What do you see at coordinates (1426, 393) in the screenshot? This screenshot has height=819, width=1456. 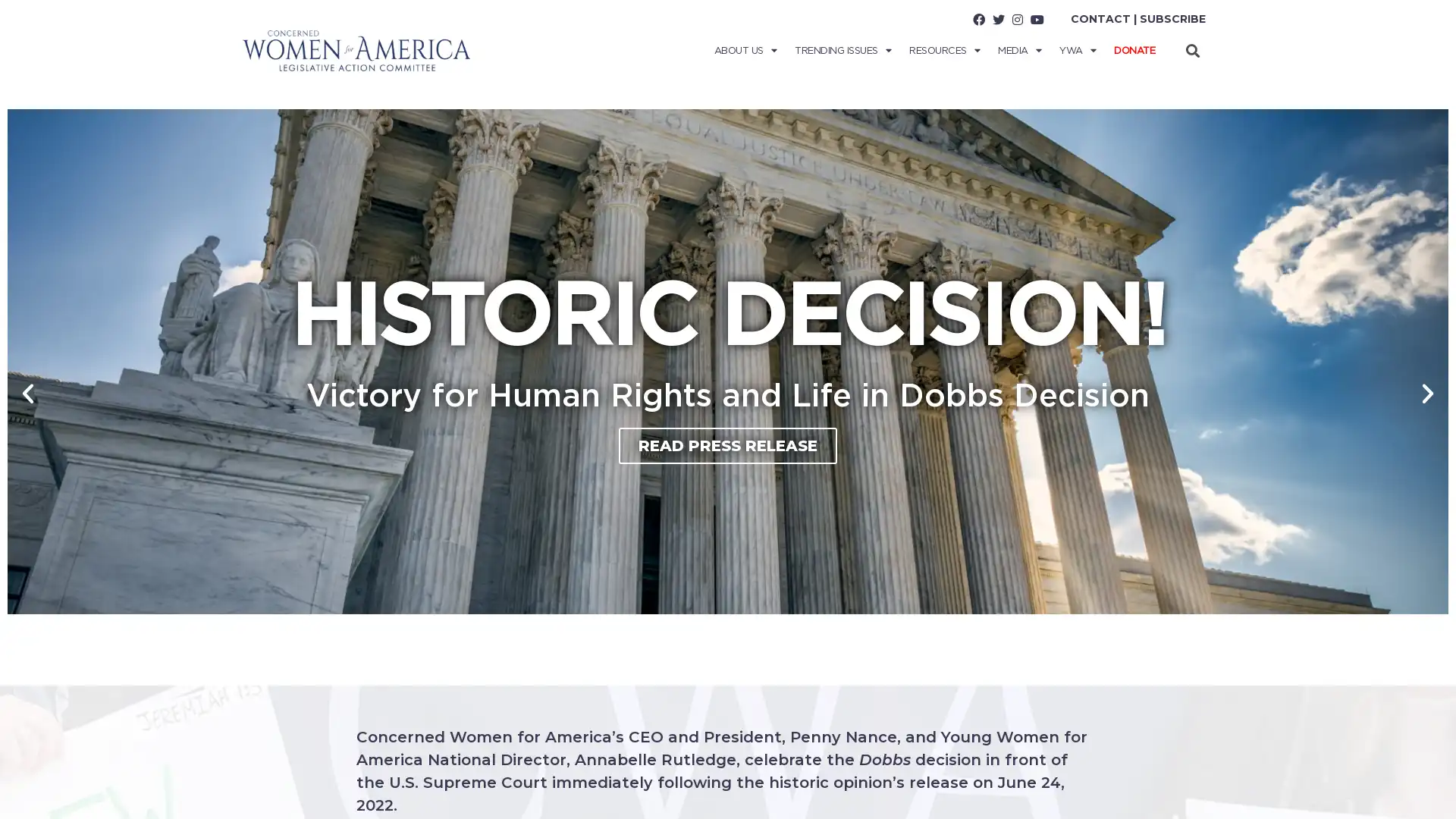 I see `Next slide` at bounding box center [1426, 393].